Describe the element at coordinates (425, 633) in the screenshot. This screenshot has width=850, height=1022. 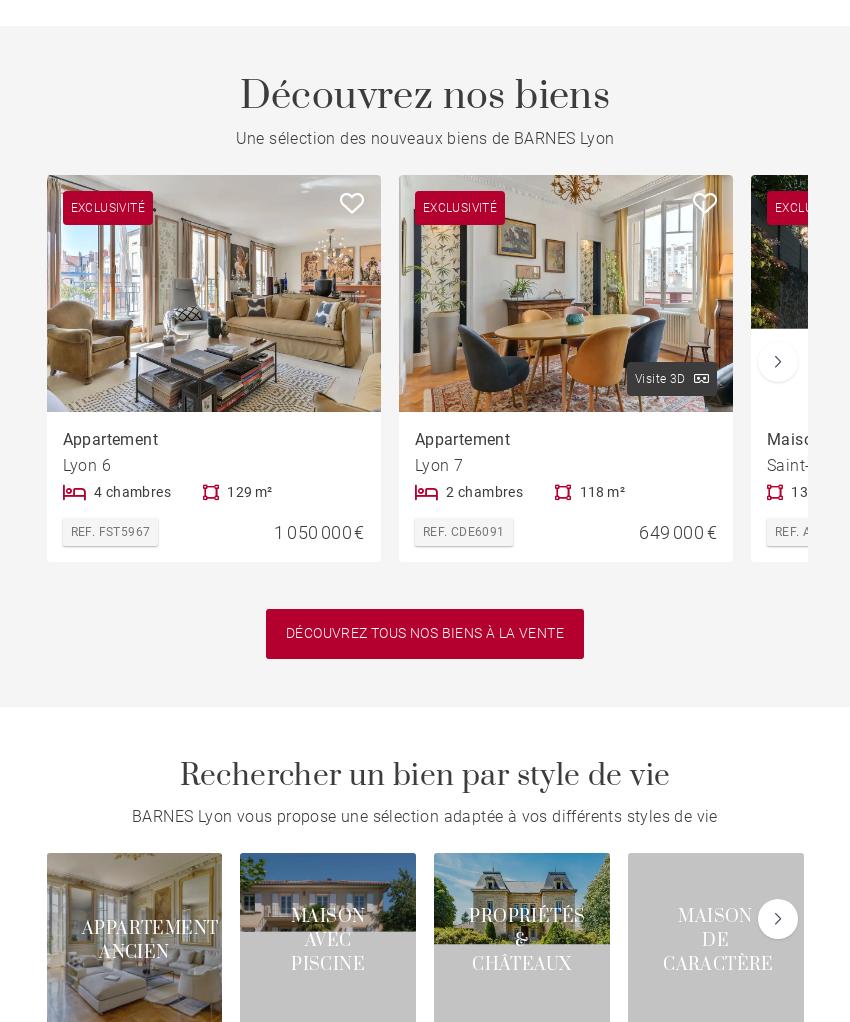
I see `'Découvrez tous nos biens à la vente'` at that location.